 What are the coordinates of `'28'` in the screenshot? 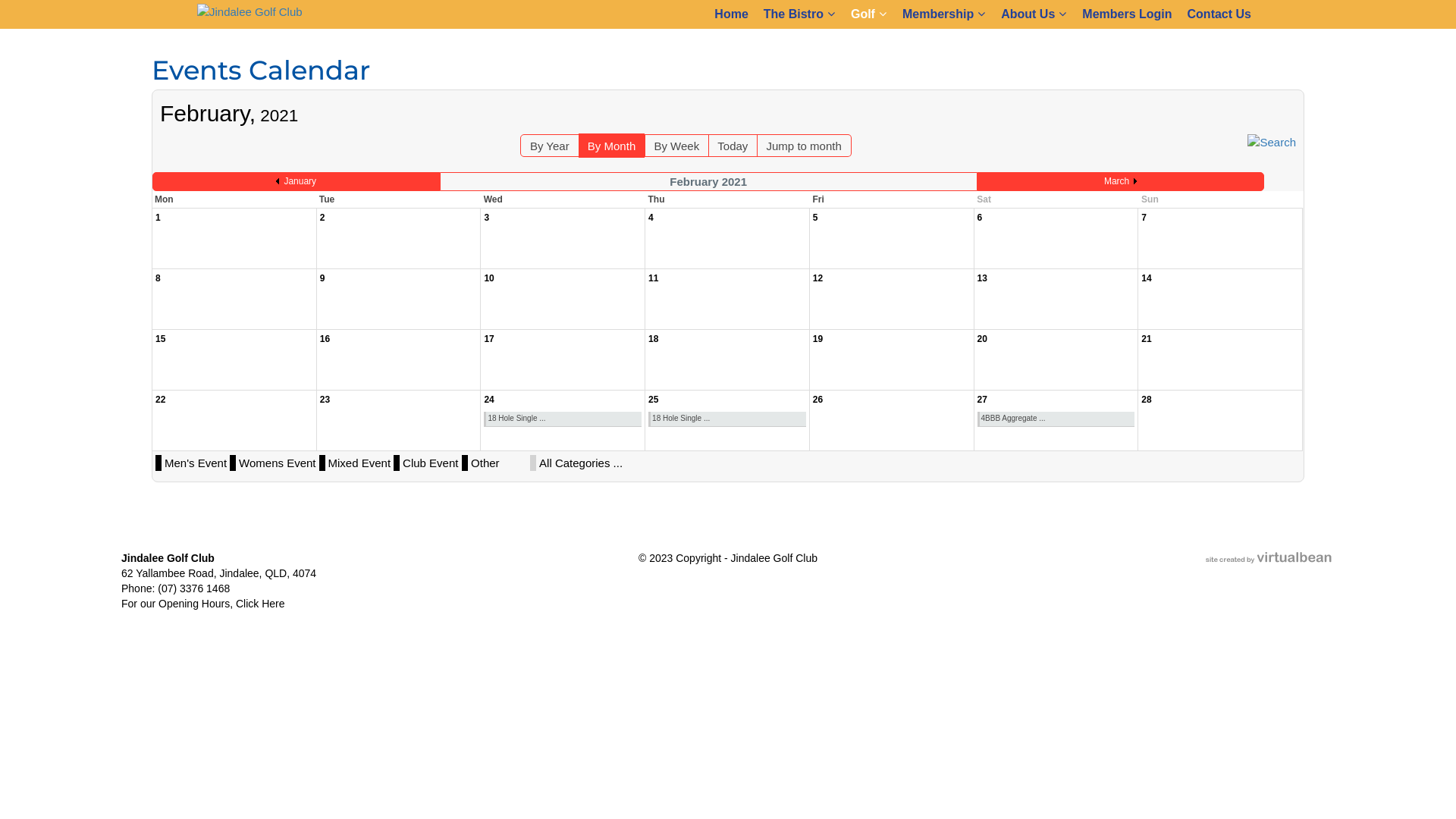 It's located at (1146, 399).